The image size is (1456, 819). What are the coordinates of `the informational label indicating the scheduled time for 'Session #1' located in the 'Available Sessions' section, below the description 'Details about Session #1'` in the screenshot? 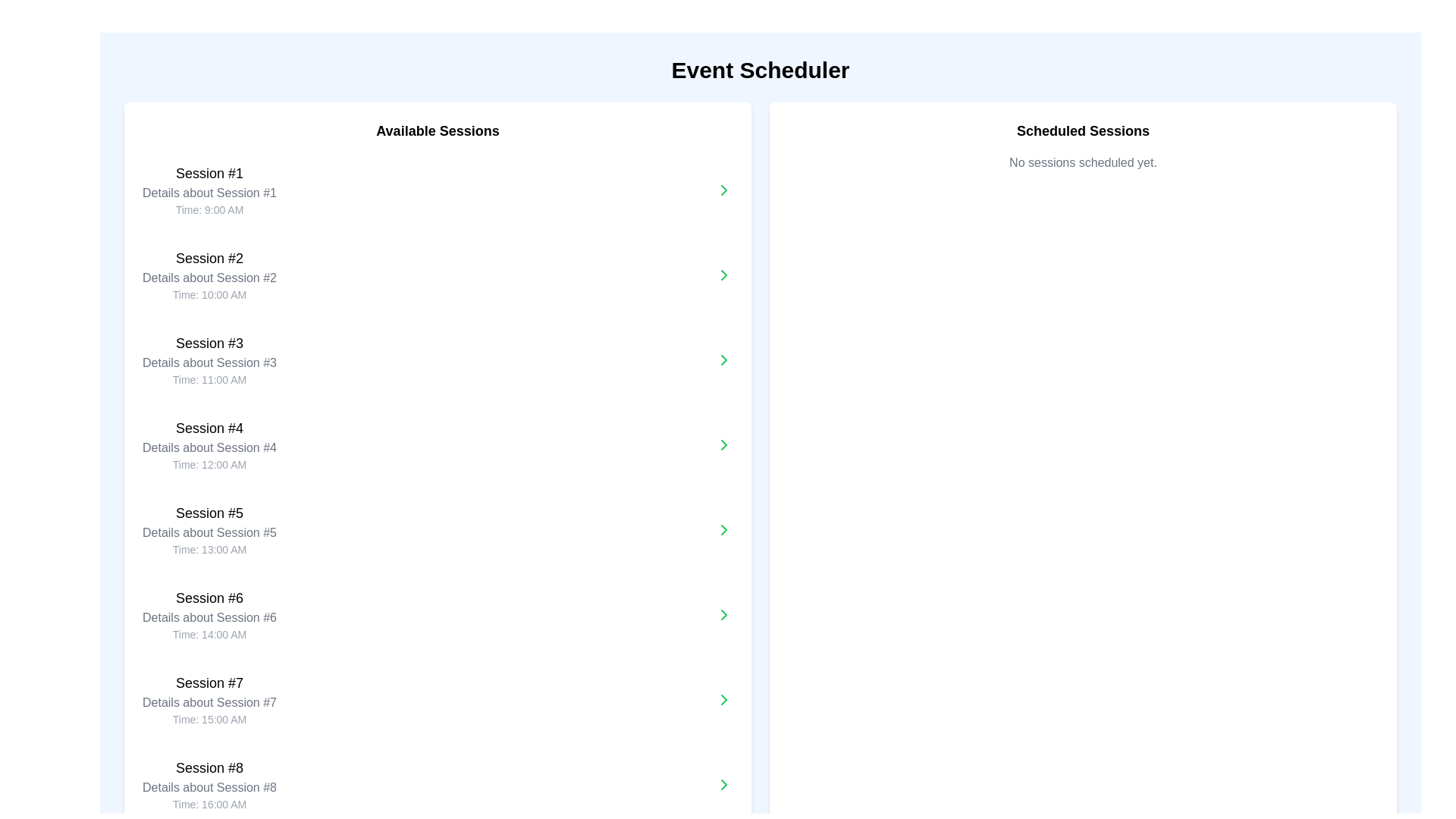 It's located at (209, 210).